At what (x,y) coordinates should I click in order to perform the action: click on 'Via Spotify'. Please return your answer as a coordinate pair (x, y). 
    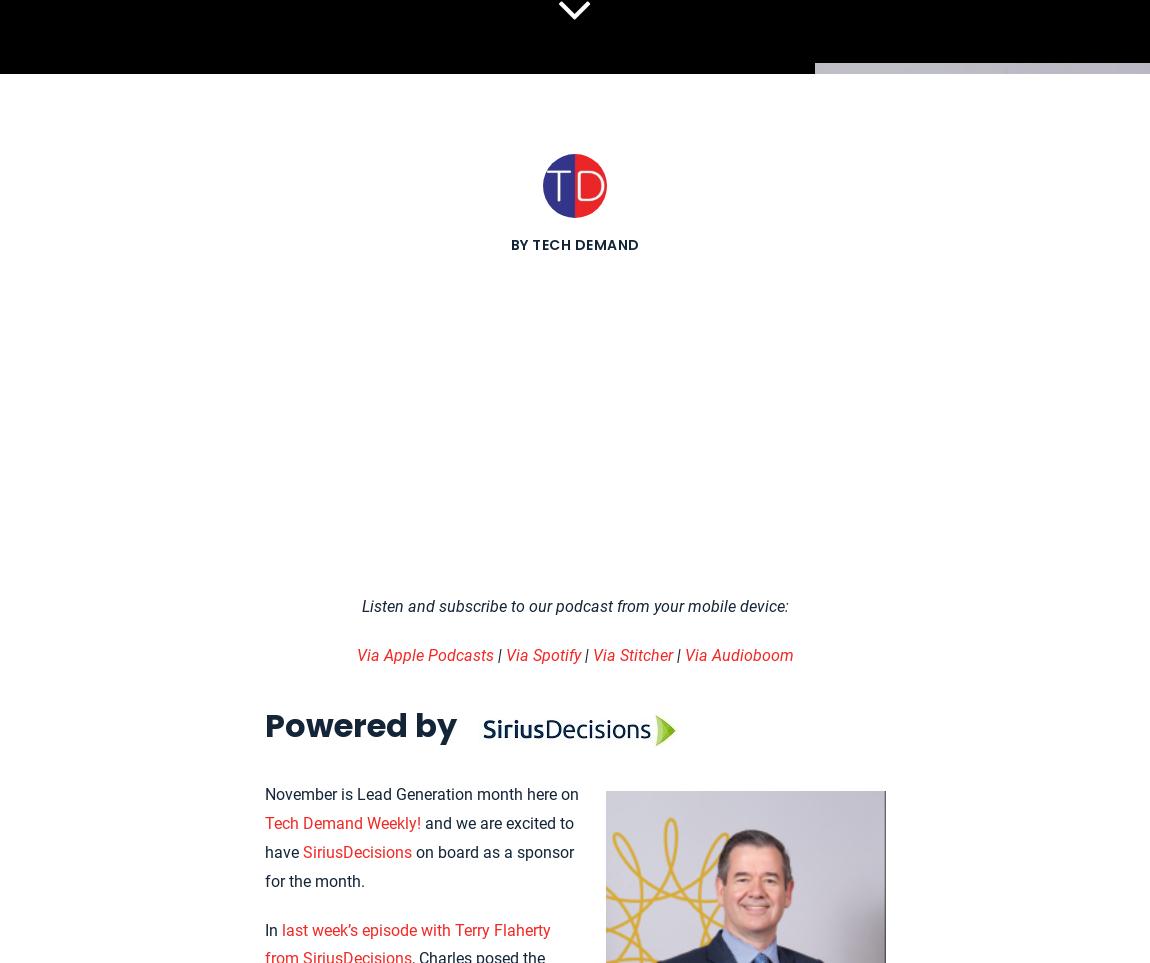
    Looking at the image, I should click on (542, 654).